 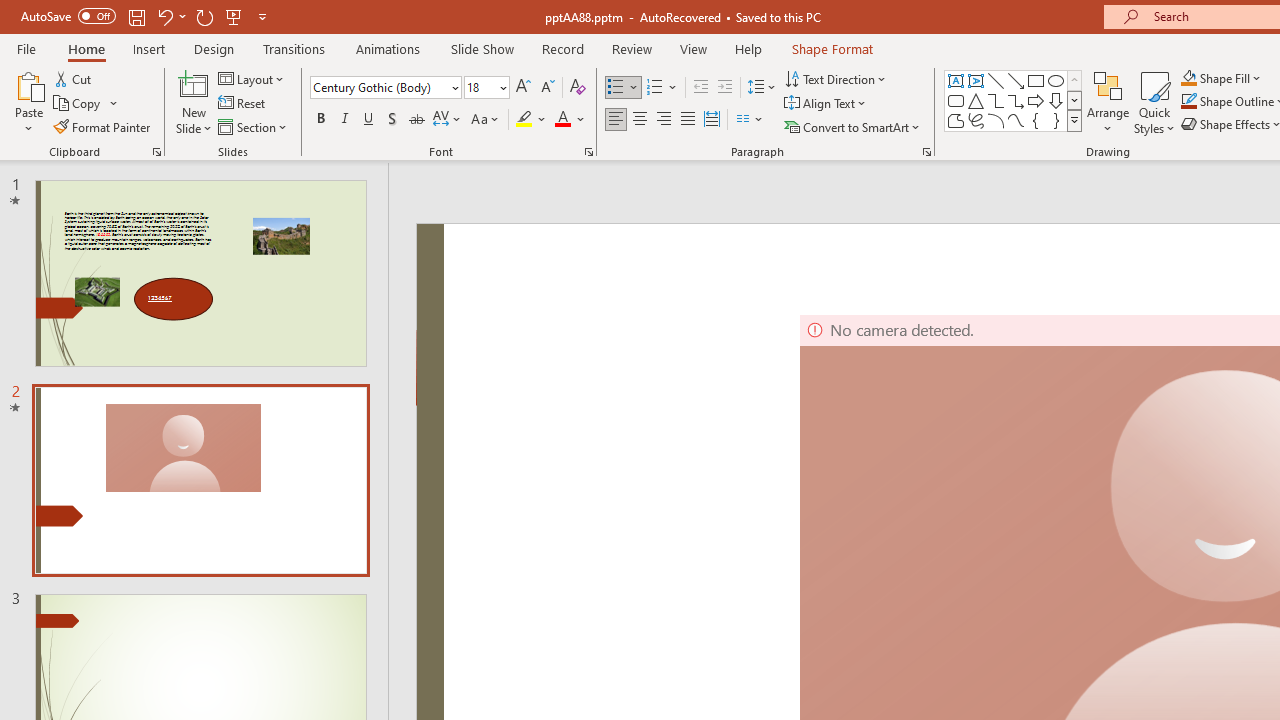 What do you see at coordinates (1189, 77) in the screenshot?
I see `'Shape Fill Aqua, Accent 2'` at bounding box center [1189, 77].